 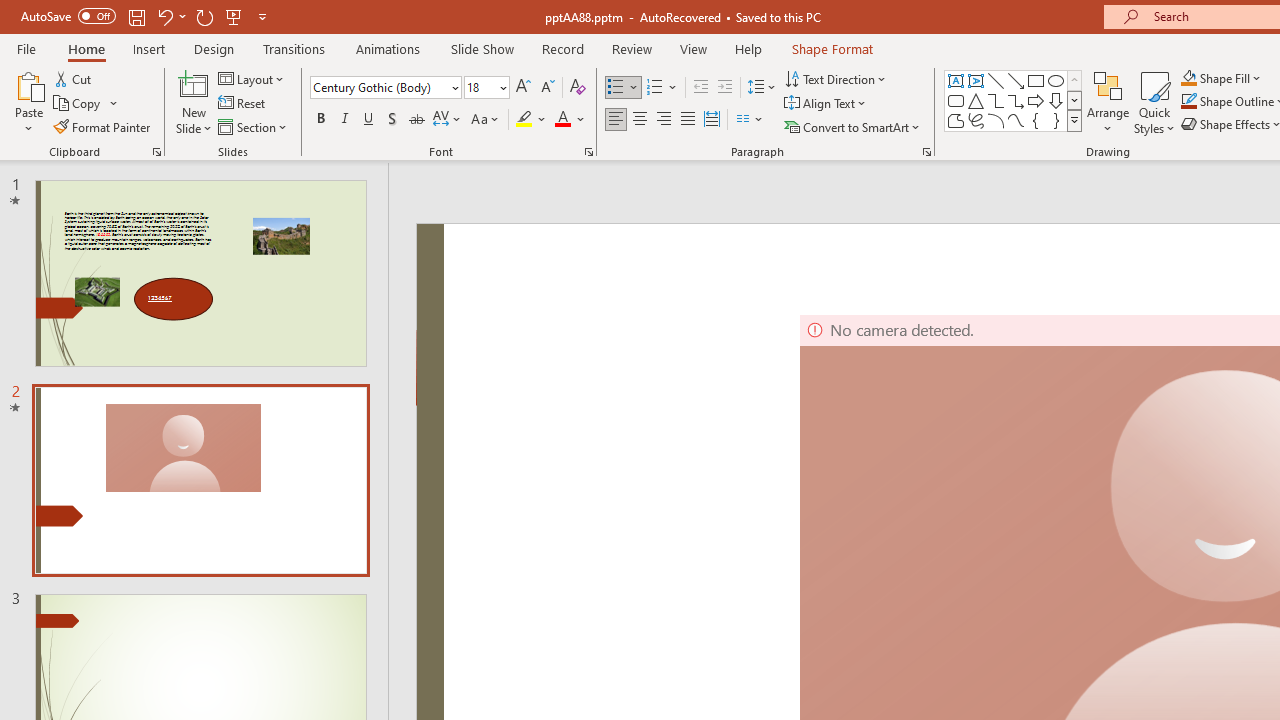 What do you see at coordinates (1189, 77) in the screenshot?
I see `'Shape Fill Aqua, Accent 2'` at bounding box center [1189, 77].